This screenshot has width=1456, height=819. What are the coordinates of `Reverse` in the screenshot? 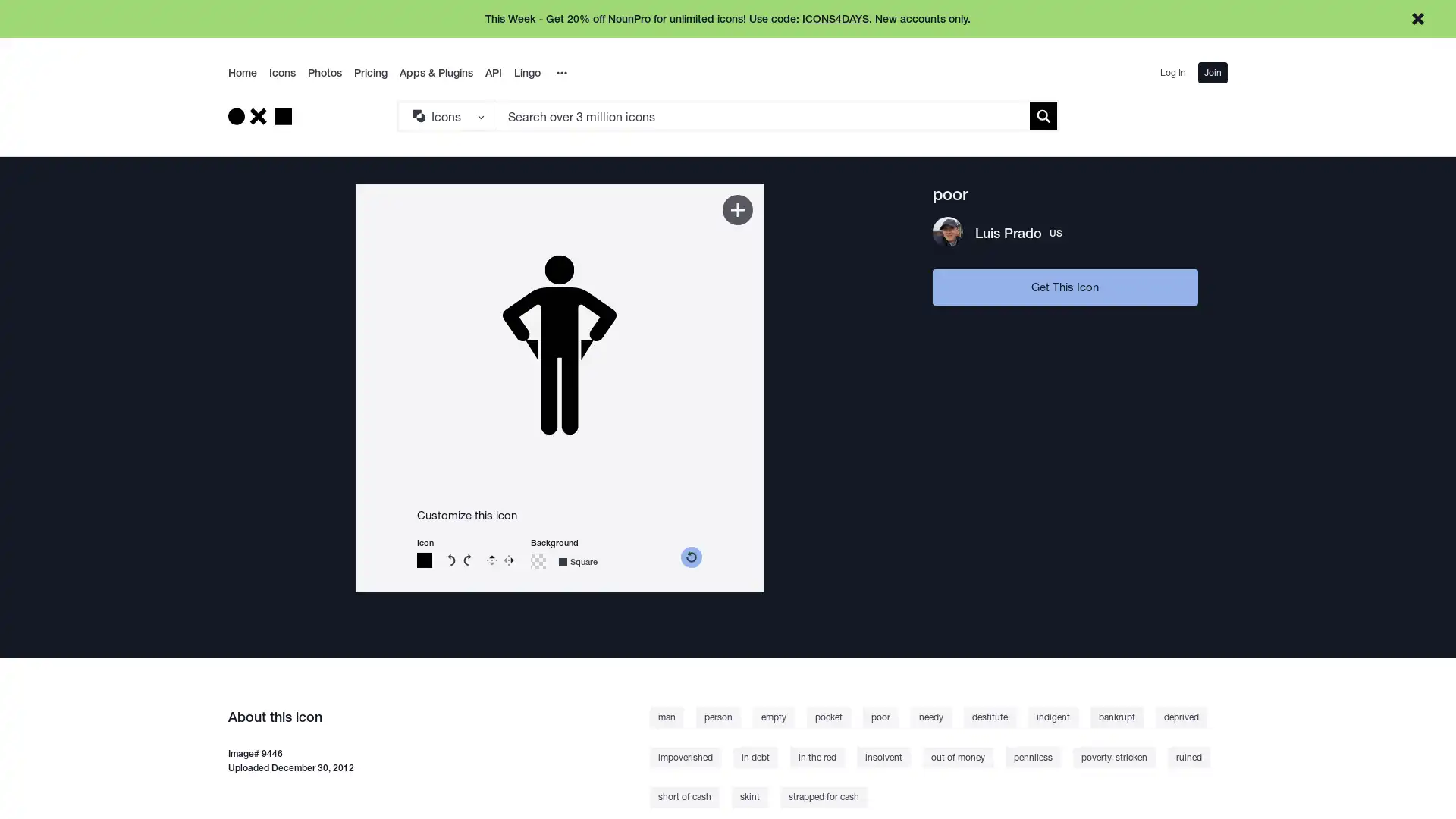 It's located at (508, 560).